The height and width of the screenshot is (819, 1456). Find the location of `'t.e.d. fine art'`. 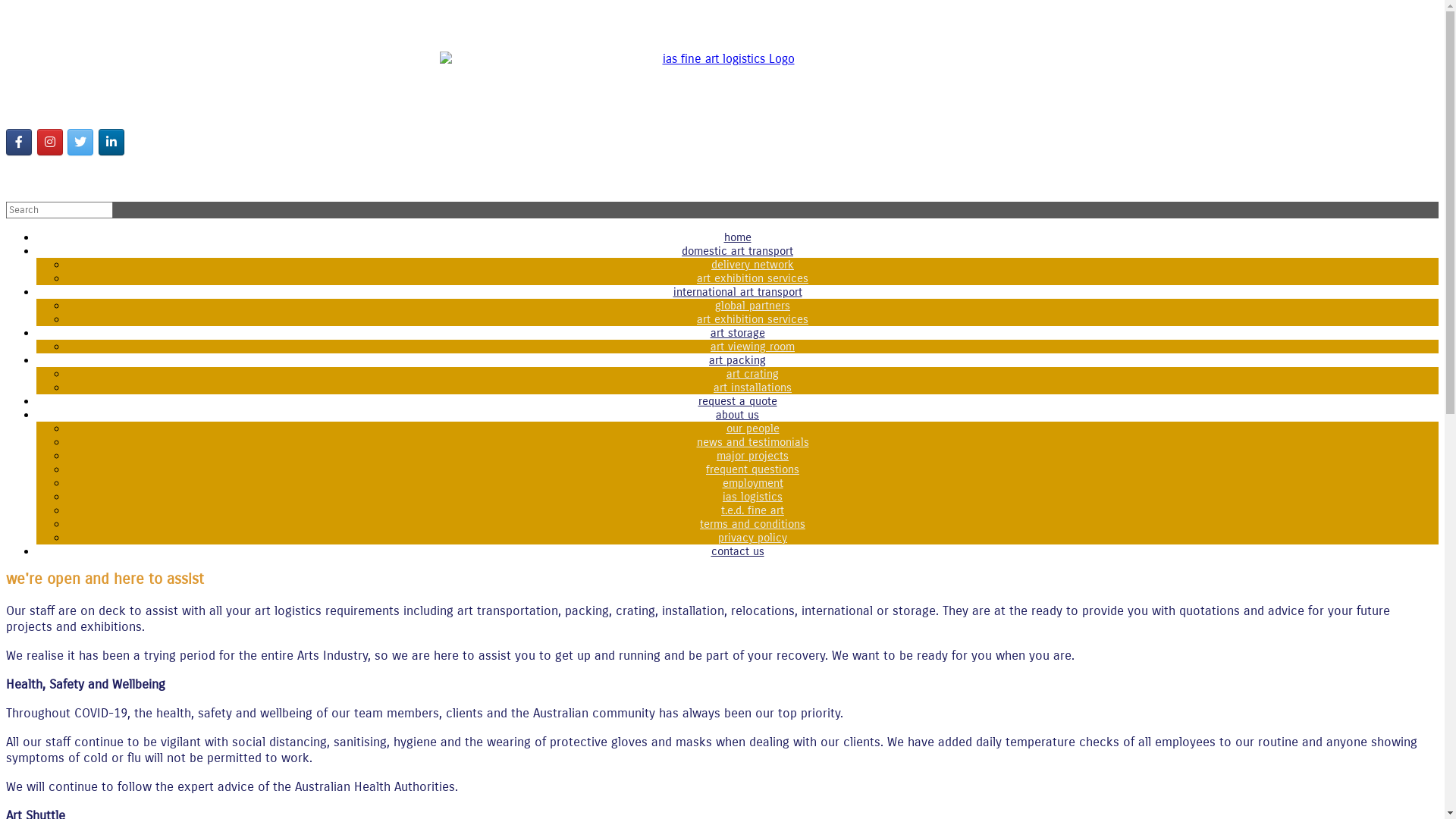

't.e.d. fine art' is located at coordinates (752, 510).